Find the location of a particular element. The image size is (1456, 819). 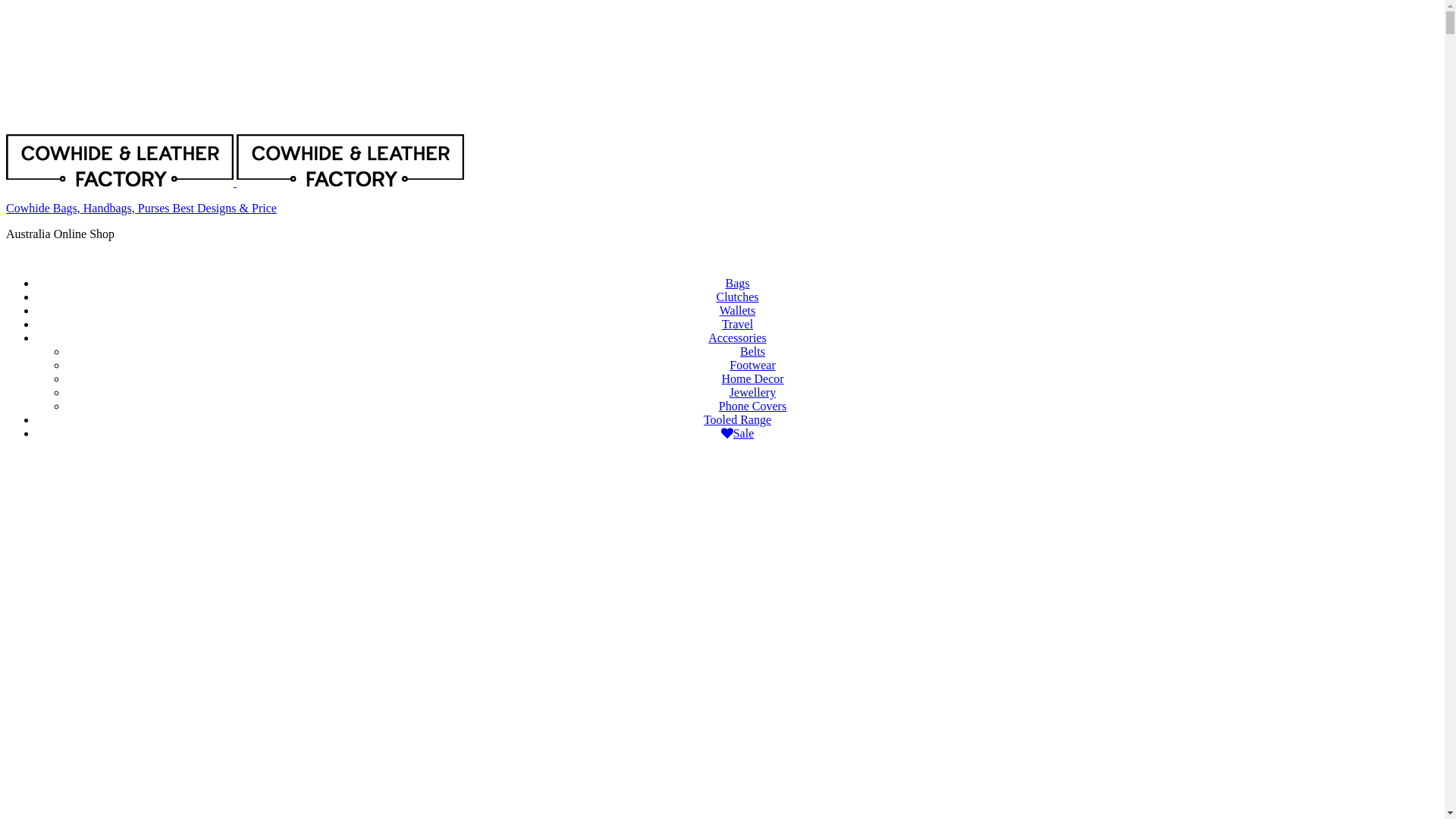

'Travel' is located at coordinates (737, 323).